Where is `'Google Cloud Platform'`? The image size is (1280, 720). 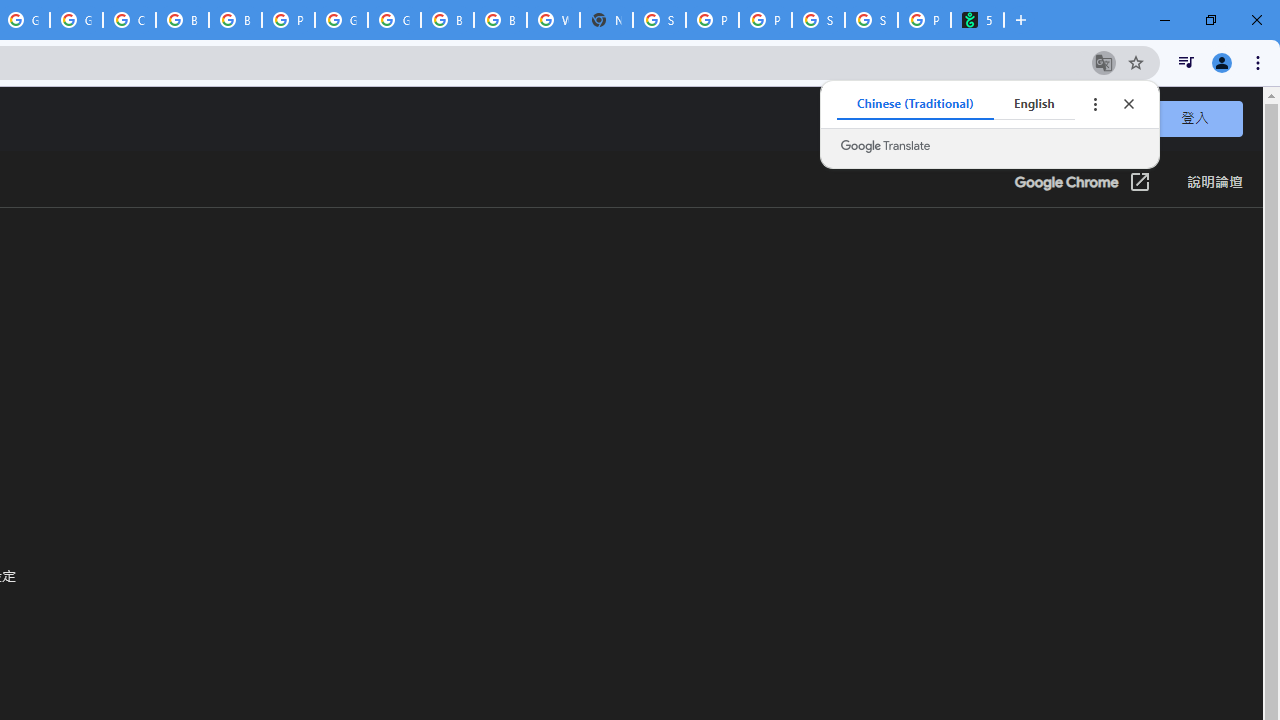
'Google Cloud Platform' is located at coordinates (341, 20).